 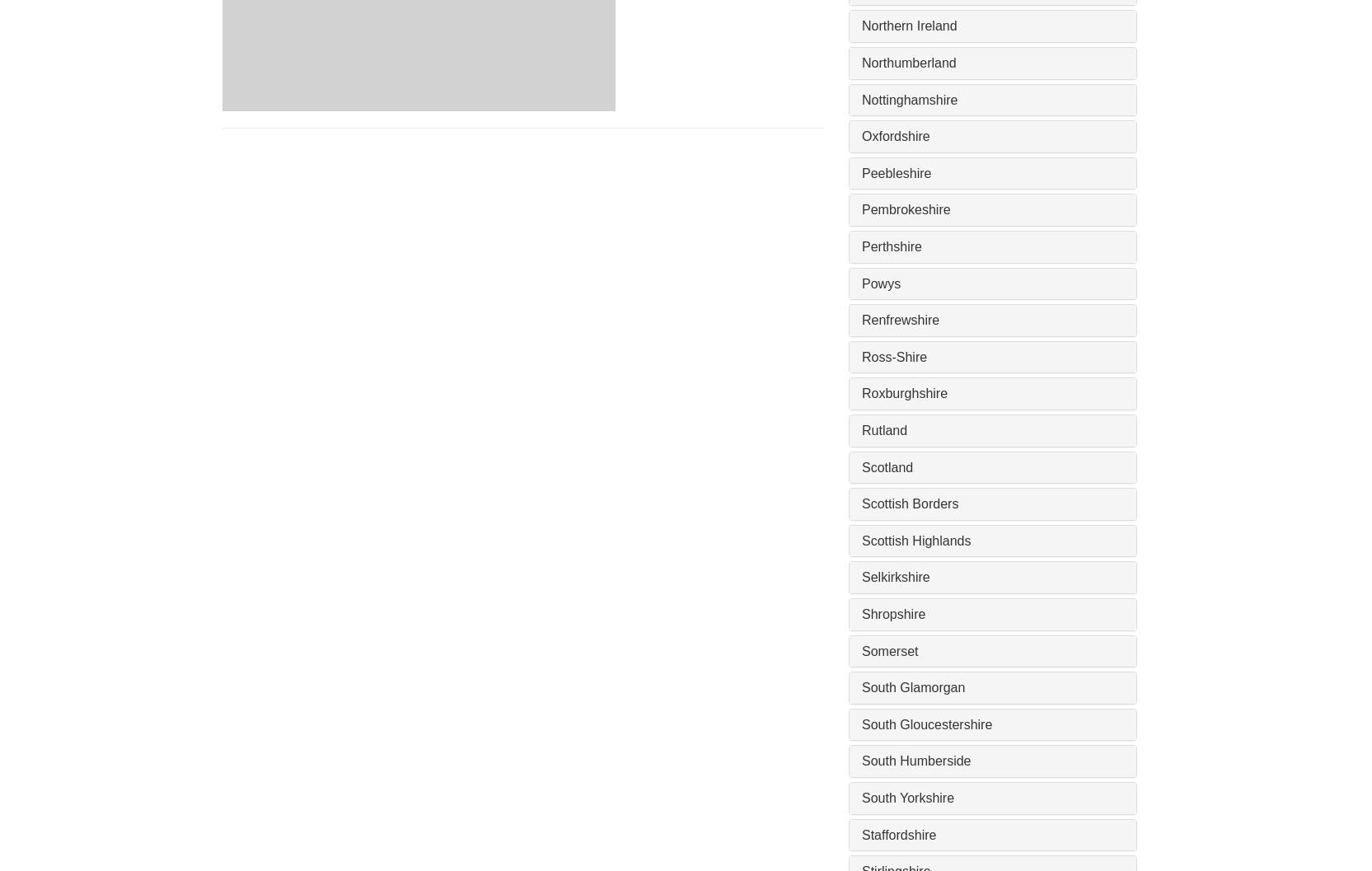 I want to click on 'Peebleshire', so click(x=860, y=172).